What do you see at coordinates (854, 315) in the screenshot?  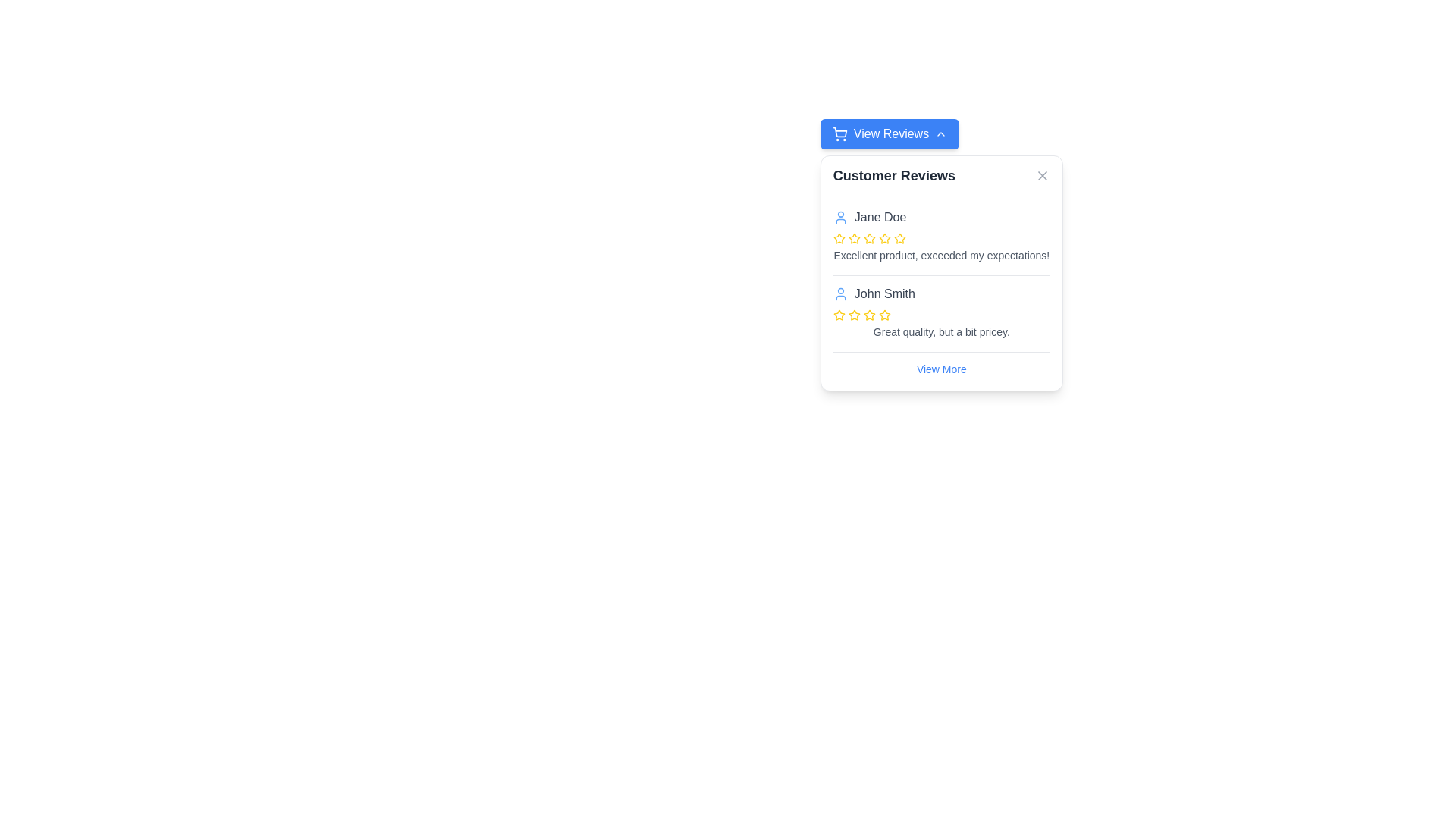 I see `the third yellow star-shaped rating icon in the review section under the name 'John Smith'` at bounding box center [854, 315].